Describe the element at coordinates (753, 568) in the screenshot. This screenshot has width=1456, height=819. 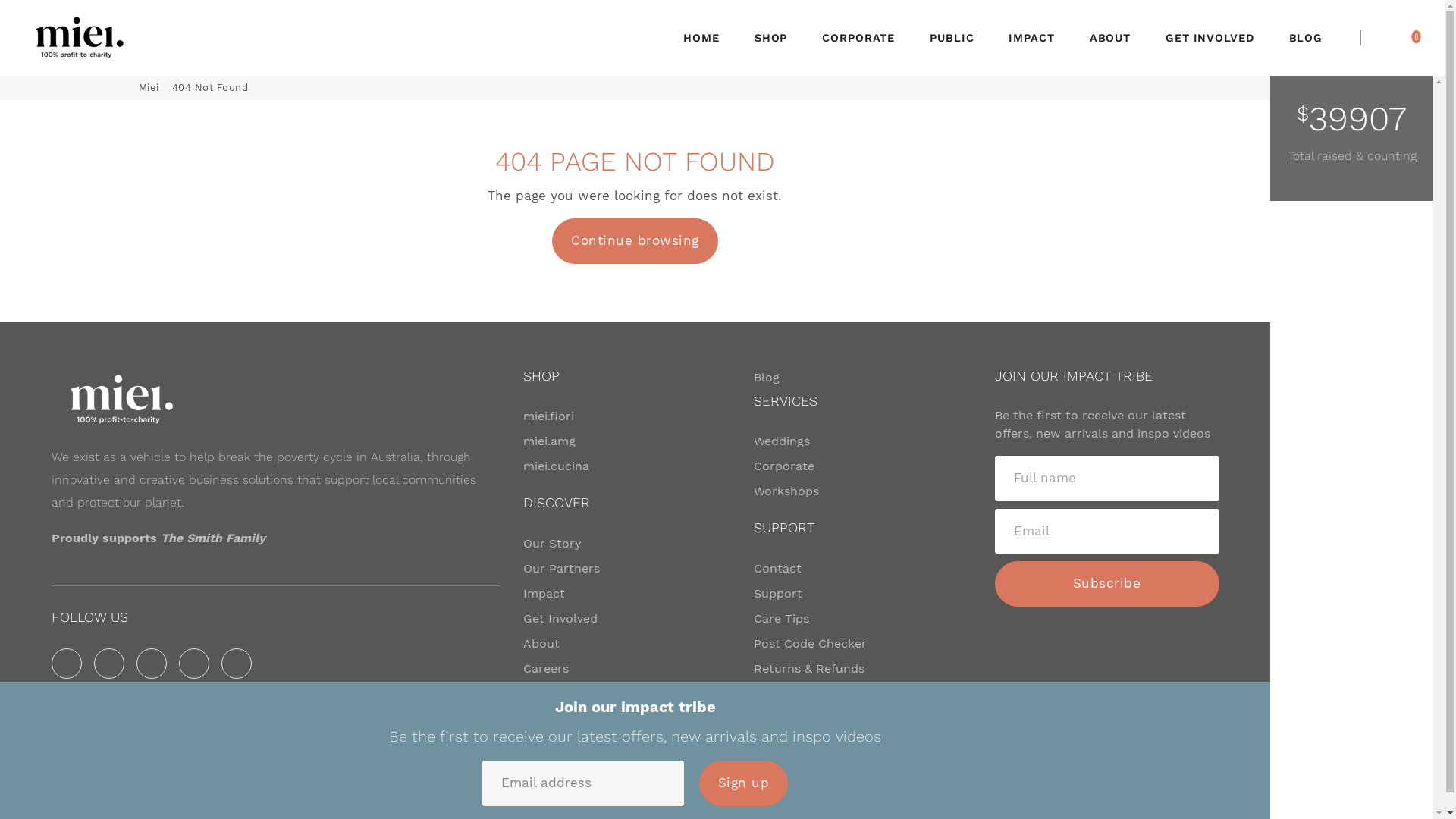
I see `'Contact'` at that location.